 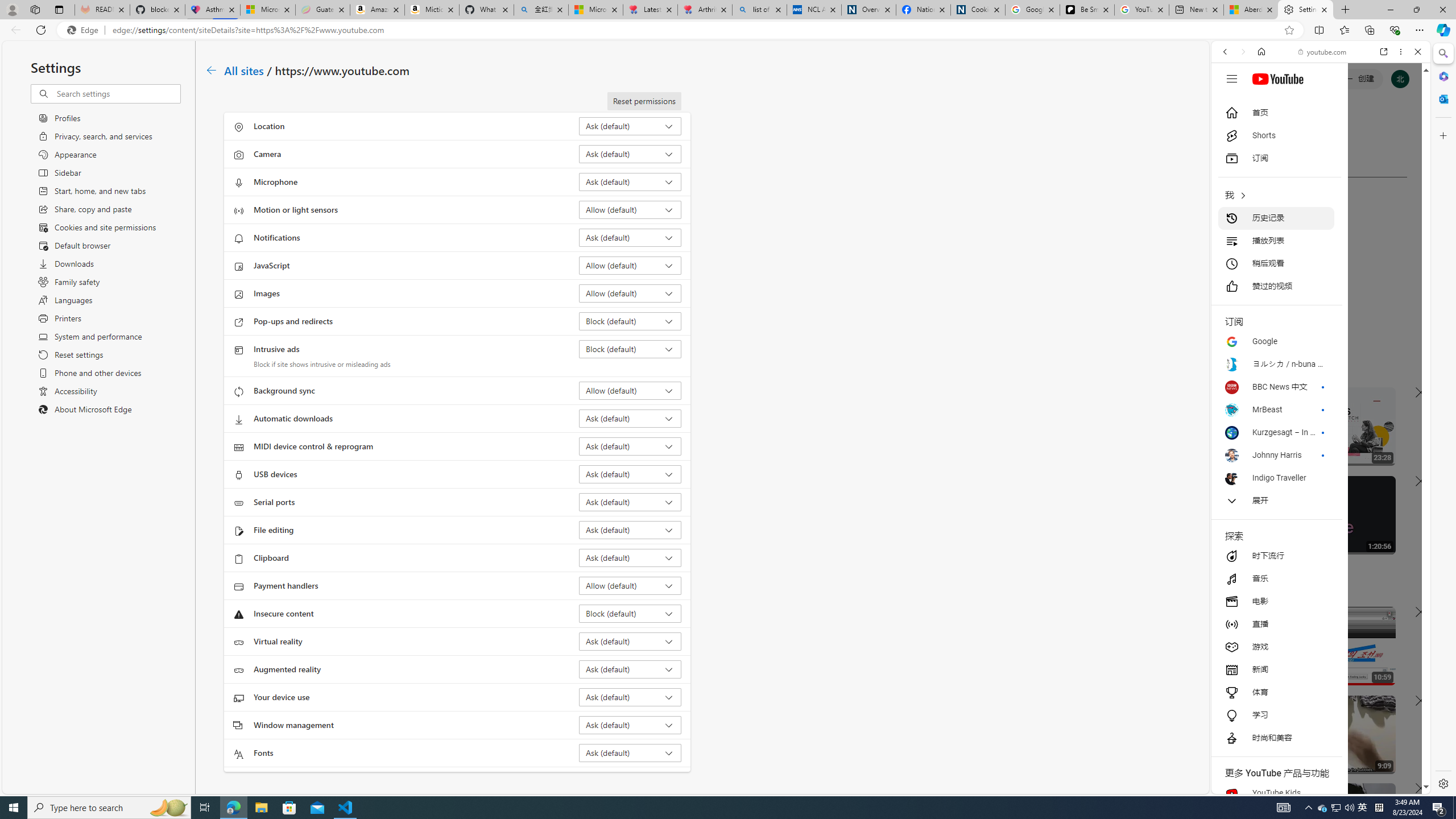 I want to click on 'Asthma Inhalers: Names and Types', so click(x=212, y=9).